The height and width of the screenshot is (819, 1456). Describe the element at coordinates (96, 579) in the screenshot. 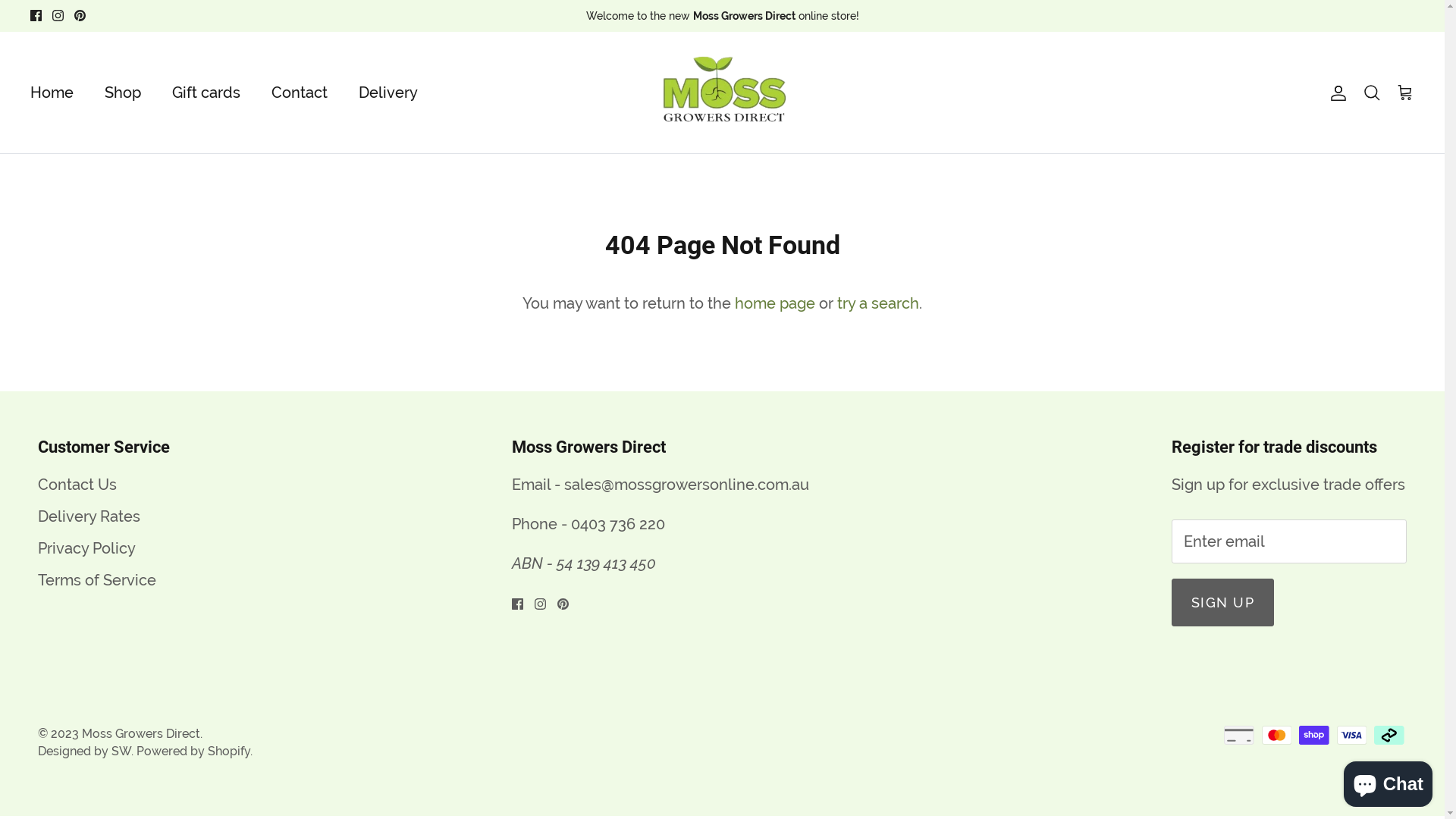

I see `'Terms of Service'` at that location.